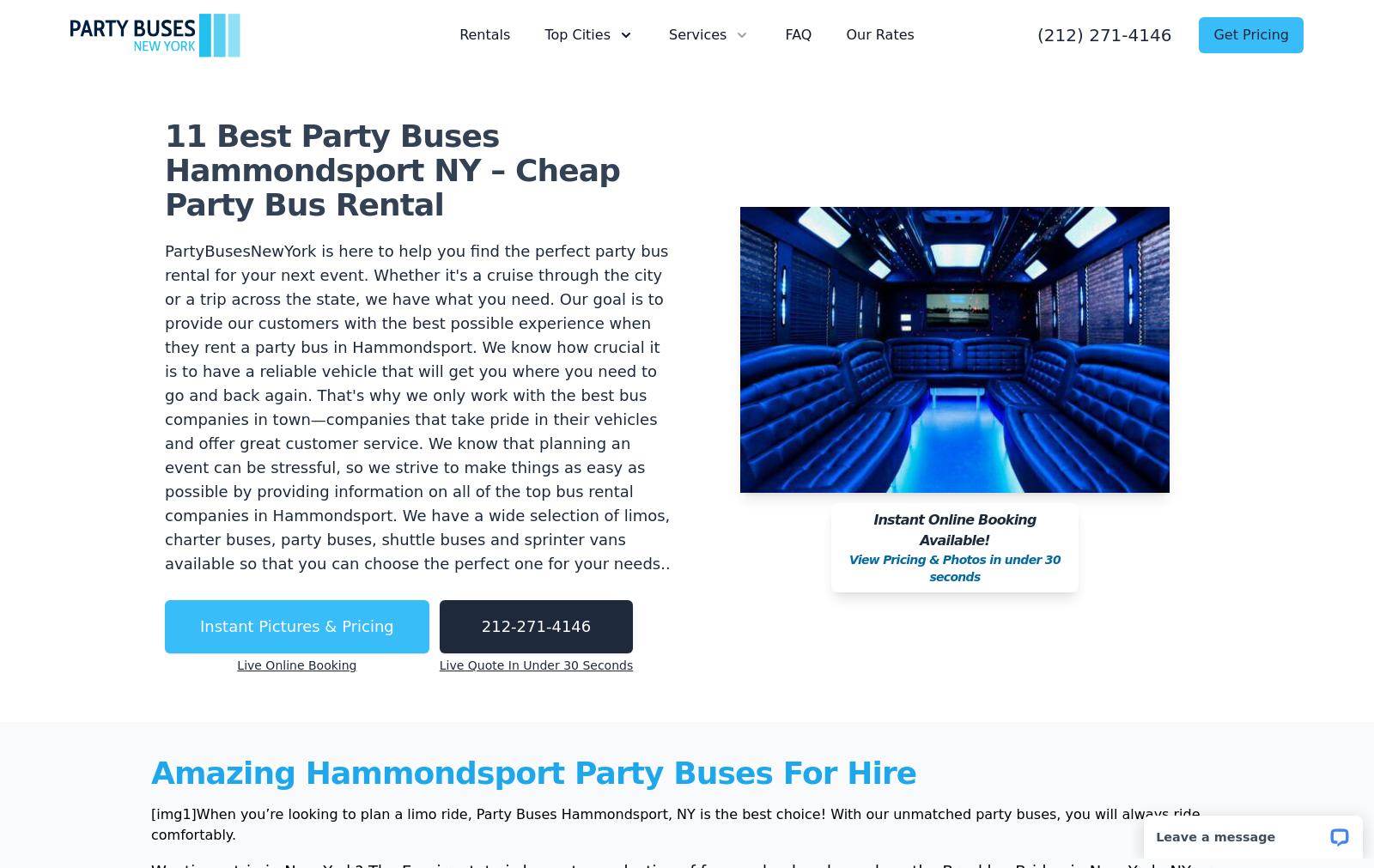 This screenshot has height=868, width=1374. Describe the element at coordinates (416, 405) in the screenshot. I see `'PartyBusesNewYork is here to help you find the perfect party bus rental for your next event. Whether it's a cruise through the city or a trip across the state, we have what you need. Our goal is to provide our customers with the best possible experience when they rent a party bus in Hammondsport. We know how crucial it is to have a reliable vehicle that will get you where you need to go and back again. That's why we only work with the best bus companies in town—companies that take pride in their vehicles and offer great customer service. We know that planning an event can be stressful, so we strive to make things as easy as possible by providing information on all of the top bus rental companies in Hammondsport. We have a wide selection of limos, charter buses, party buses, shuttle buses and sprinter vans available so that you can choose the perfect one for your needs..'` at that location.